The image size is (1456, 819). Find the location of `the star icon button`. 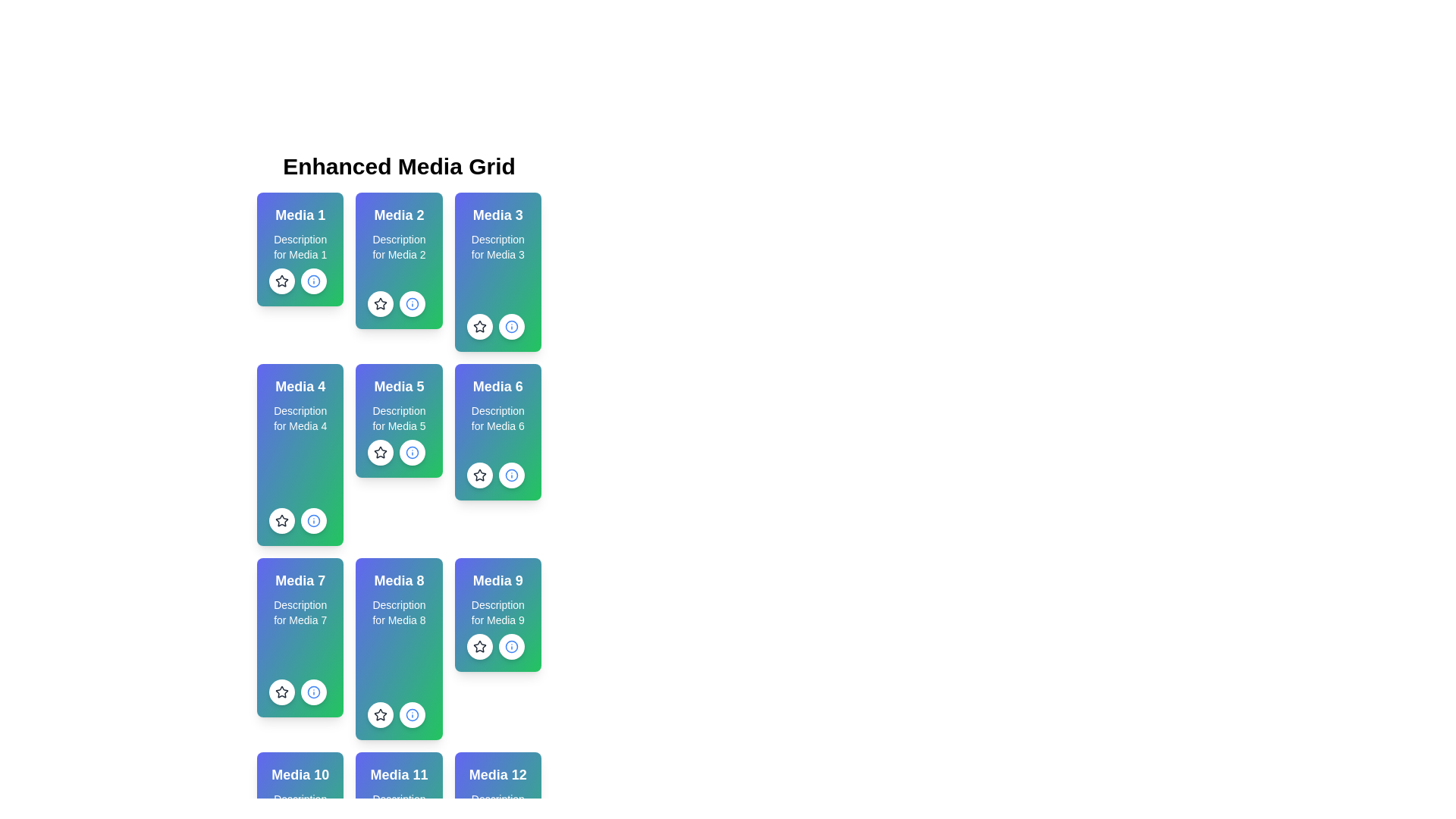

the star icon button is located at coordinates (282, 692).